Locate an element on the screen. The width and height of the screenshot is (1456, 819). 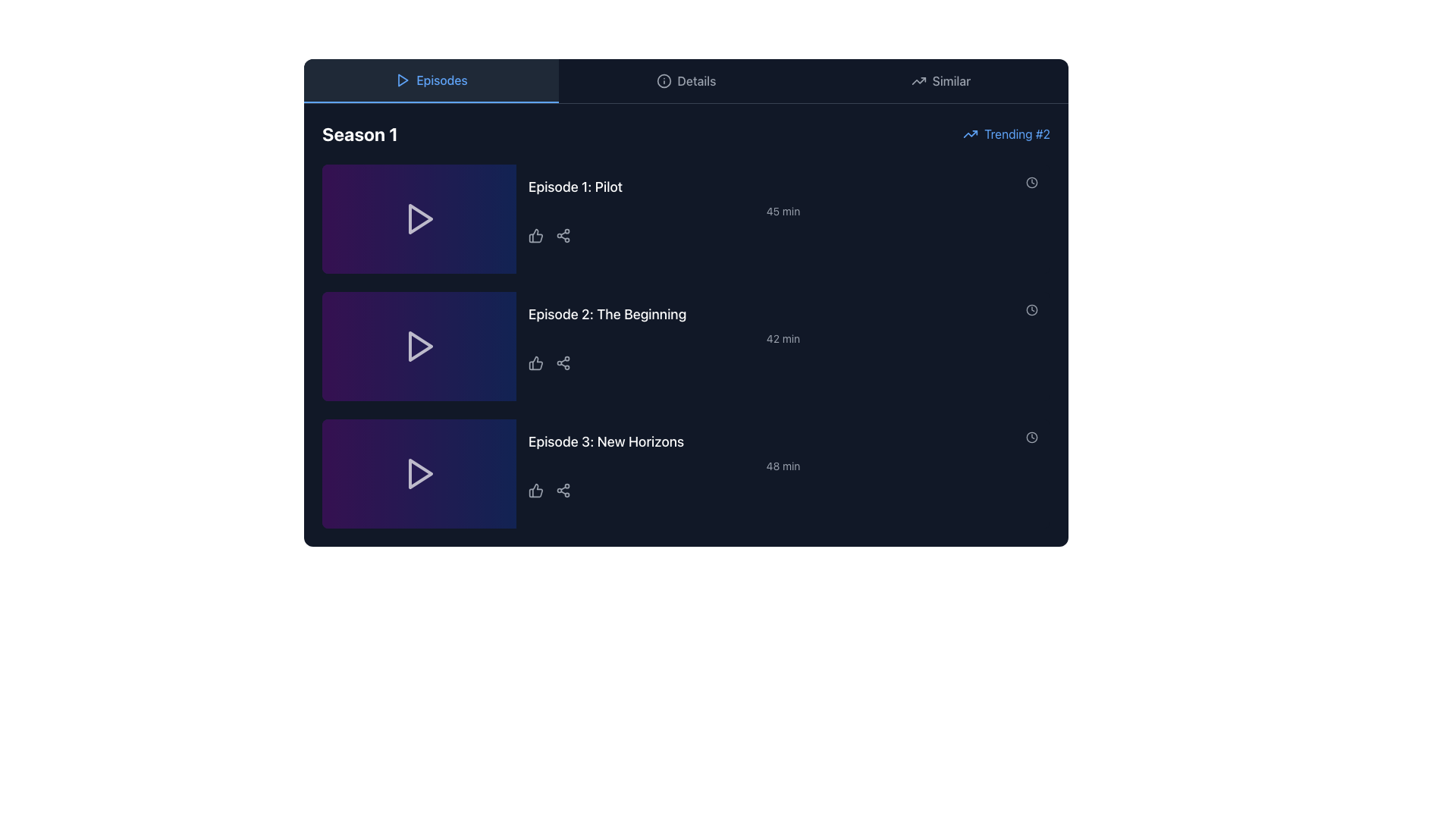
the share icon button, which is the third element aligned to the right of the text 'Episode 2: The Beginning' is located at coordinates (563, 362).